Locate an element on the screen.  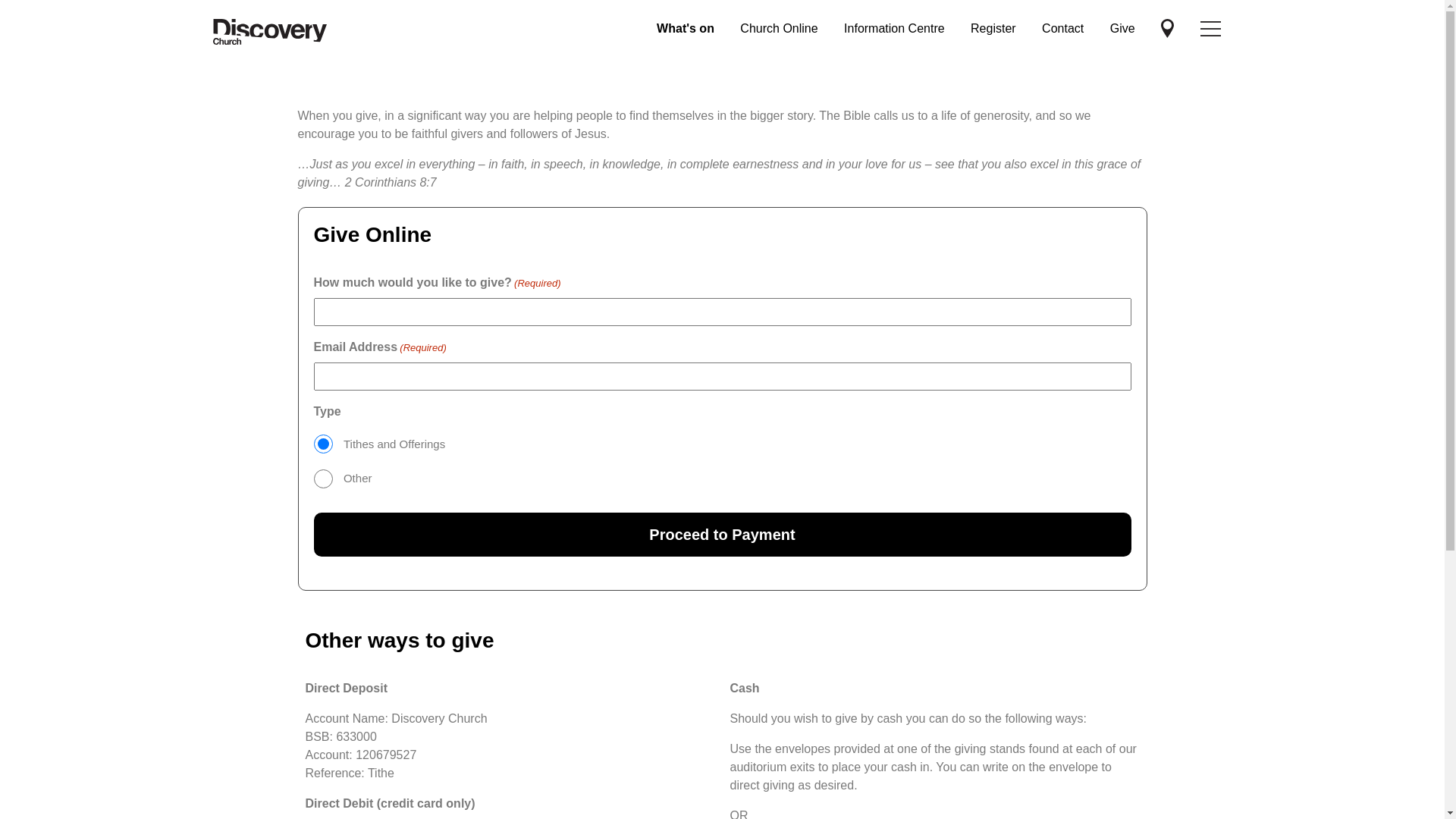
'Give' is located at coordinates (1122, 28).